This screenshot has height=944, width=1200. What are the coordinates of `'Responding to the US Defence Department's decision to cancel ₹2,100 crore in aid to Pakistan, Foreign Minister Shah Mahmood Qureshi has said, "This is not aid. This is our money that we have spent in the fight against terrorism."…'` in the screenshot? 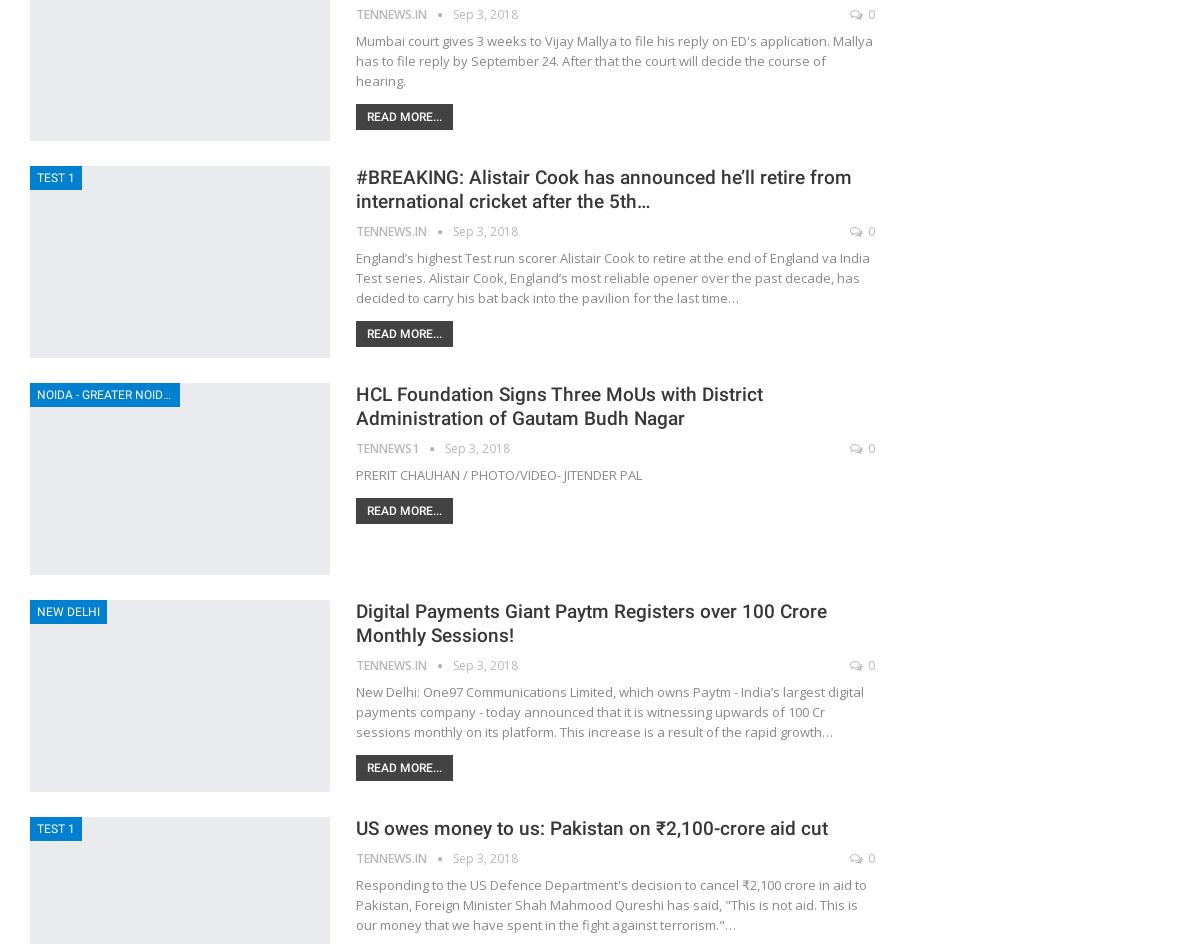 It's located at (611, 904).